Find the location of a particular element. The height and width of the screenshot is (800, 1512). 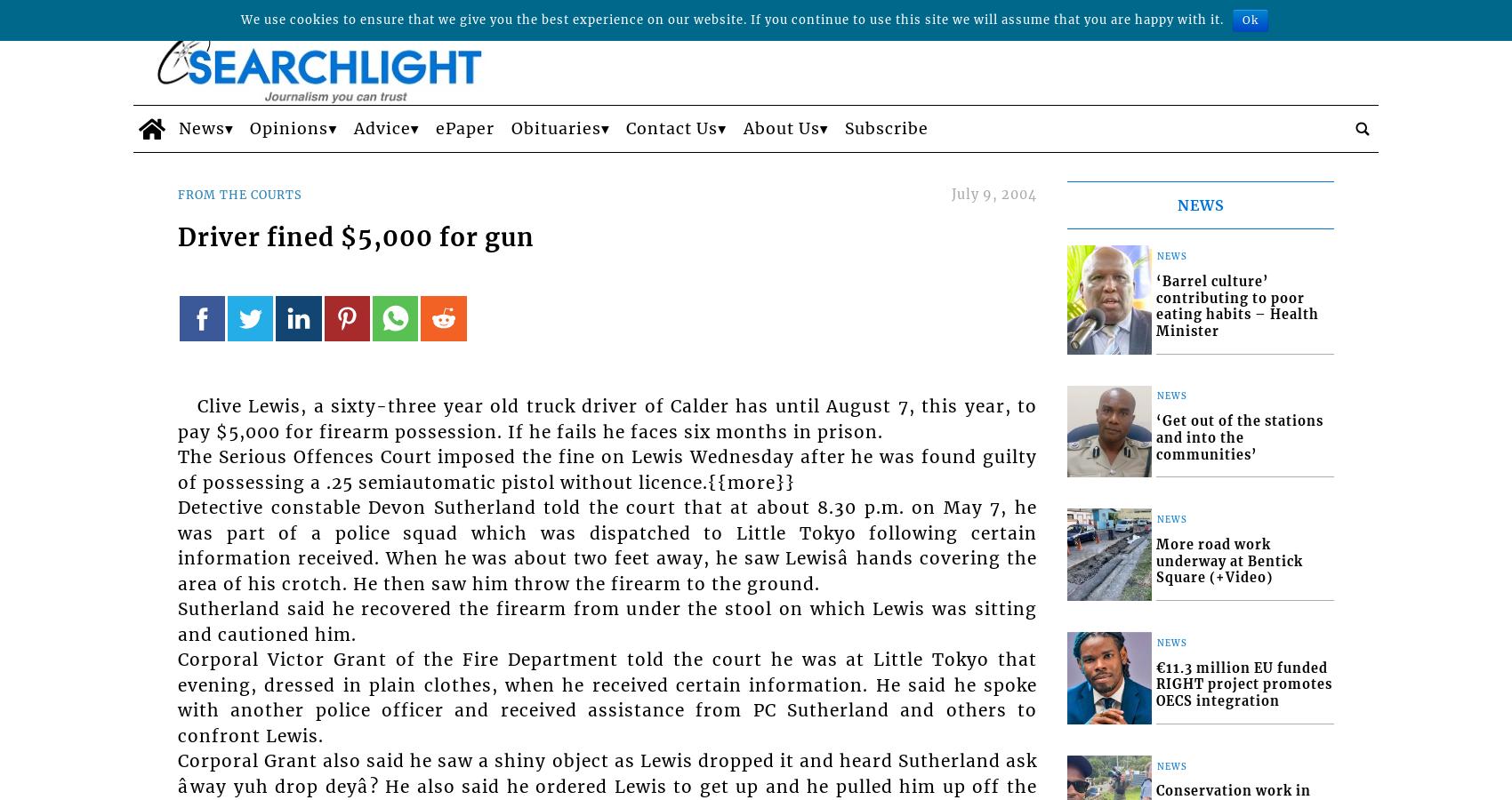

'About Us' is located at coordinates (781, 128).